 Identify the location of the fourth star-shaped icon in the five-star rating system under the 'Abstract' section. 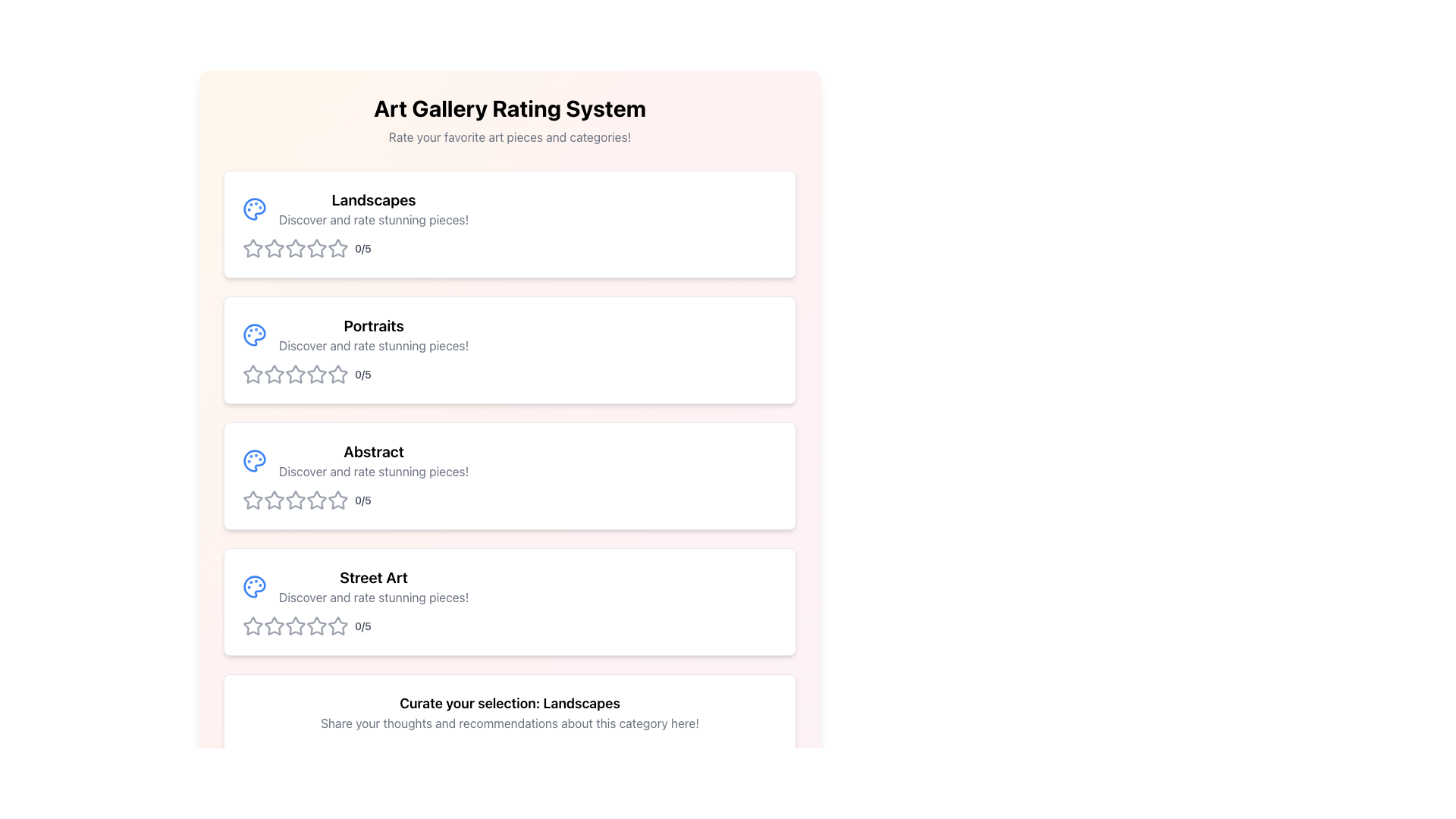
(315, 500).